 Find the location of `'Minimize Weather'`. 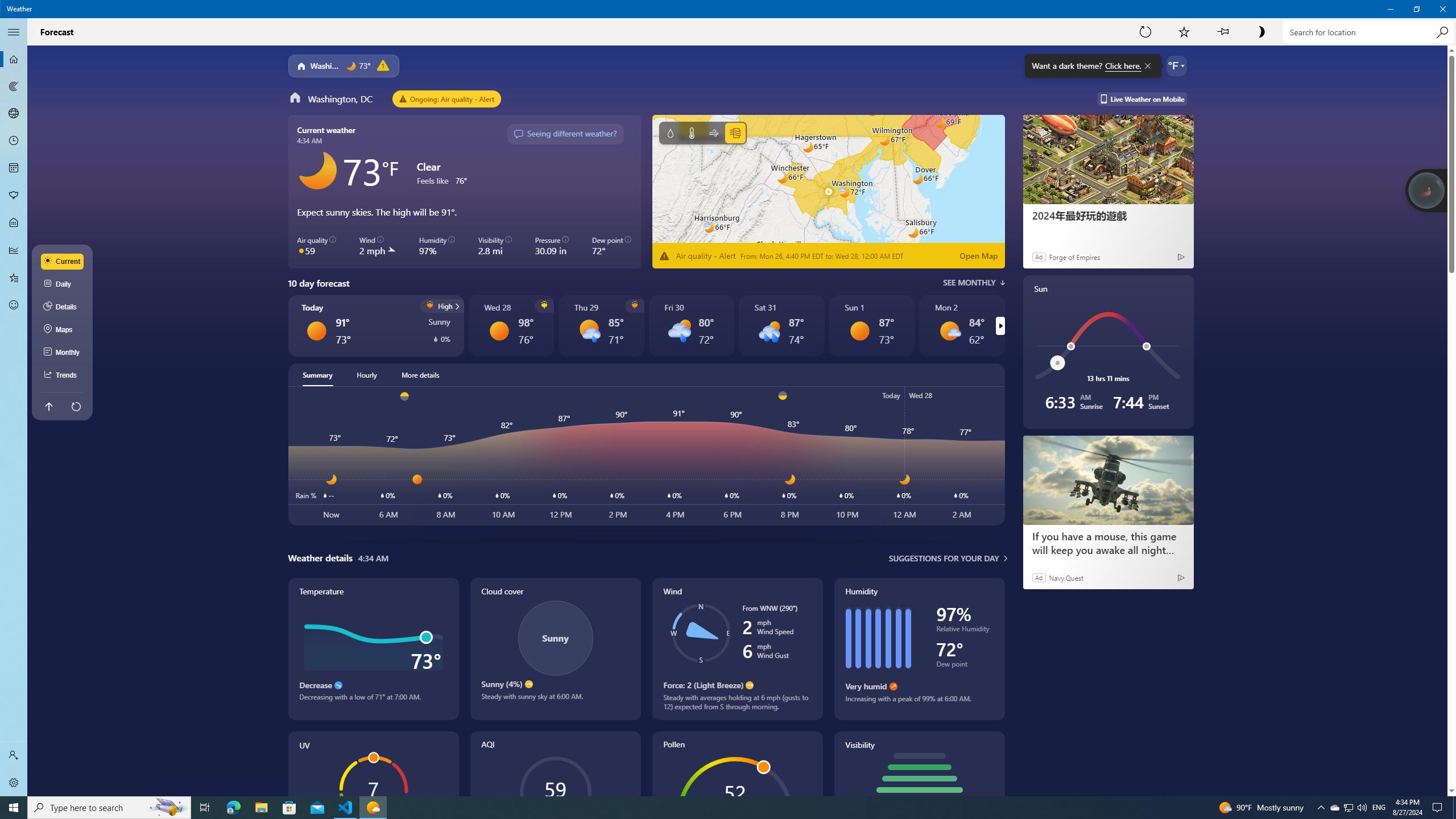

'Minimize Weather' is located at coordinates (1389, 9).